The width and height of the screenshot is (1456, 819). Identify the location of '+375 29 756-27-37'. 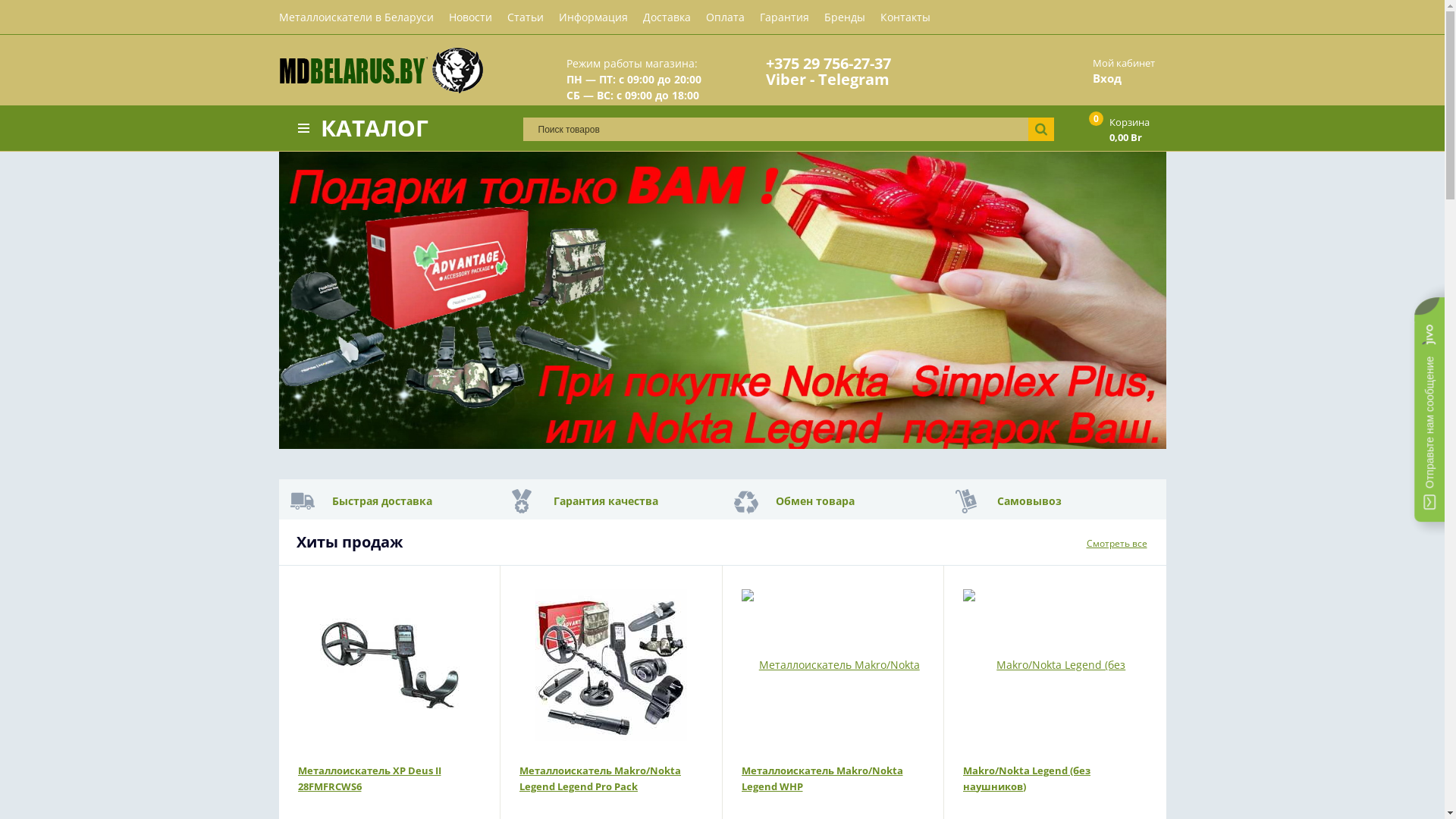
(827, 62).